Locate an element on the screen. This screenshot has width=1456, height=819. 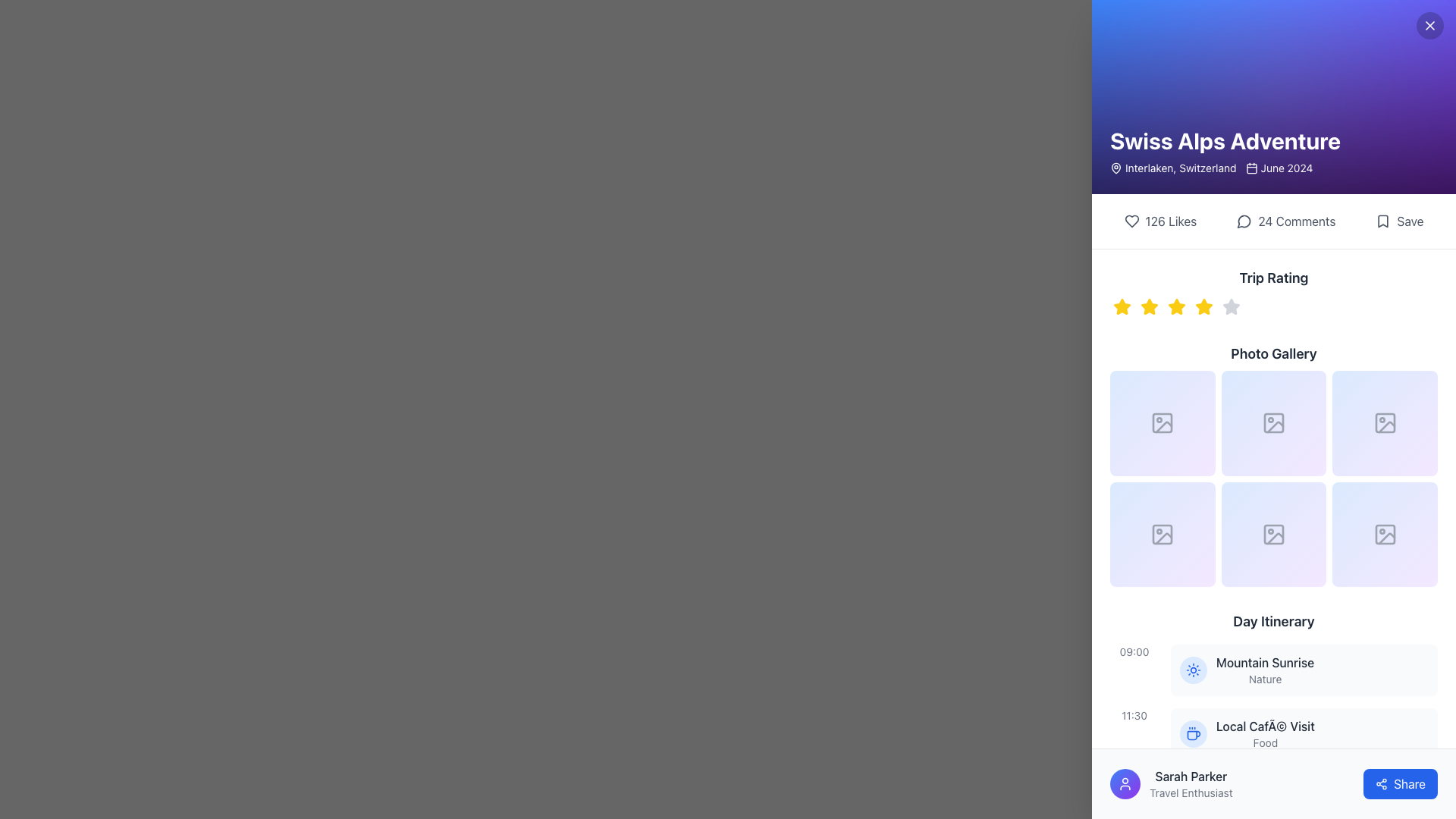
the 'Mountain Sunrise' informational panel in the 'Day Itinerary' section, which features a blue sun icon and bolded title is located at coordinates (1303, 669).